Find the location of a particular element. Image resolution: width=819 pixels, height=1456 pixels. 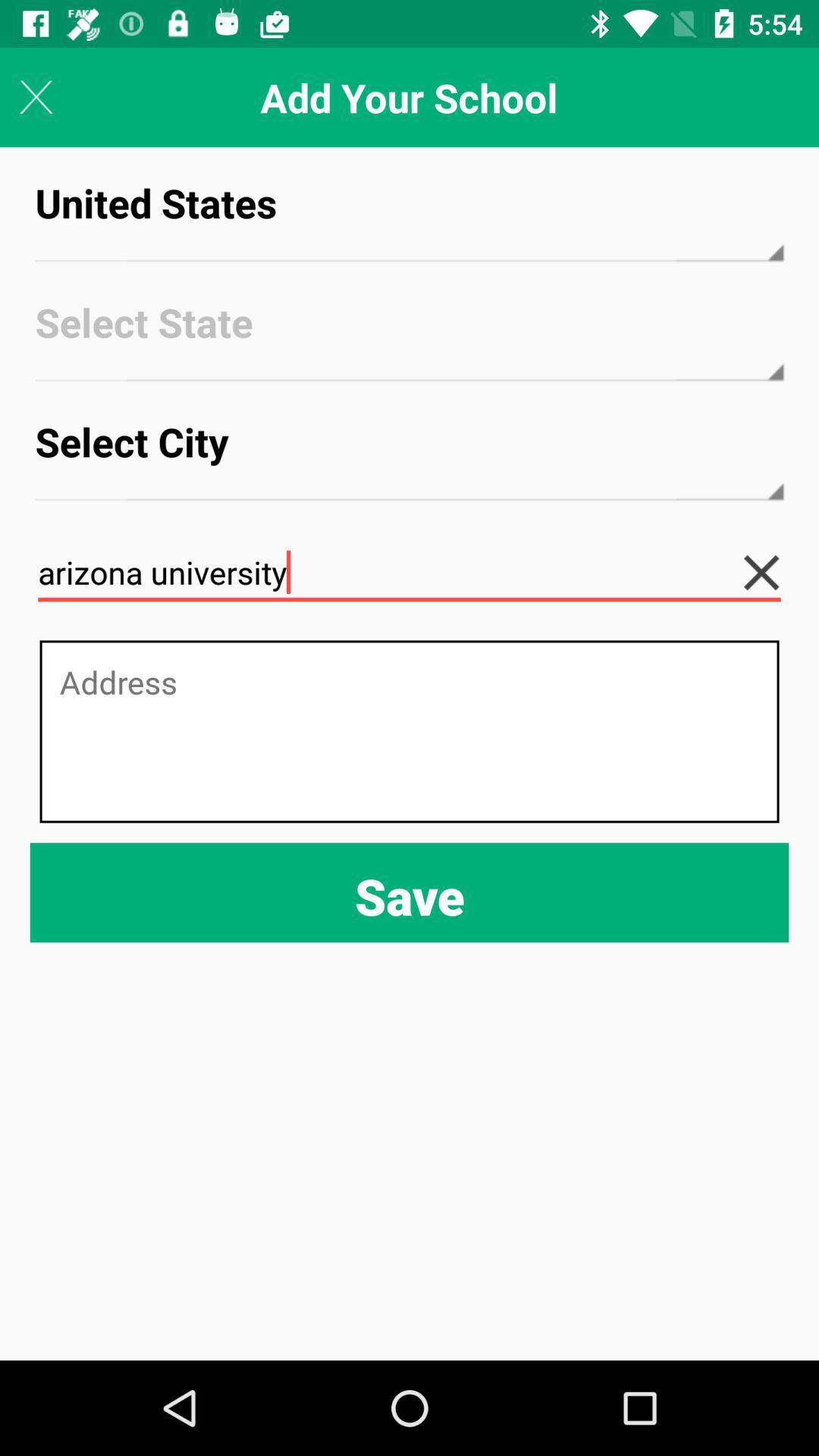

search school is located at coordinates (773, 572).